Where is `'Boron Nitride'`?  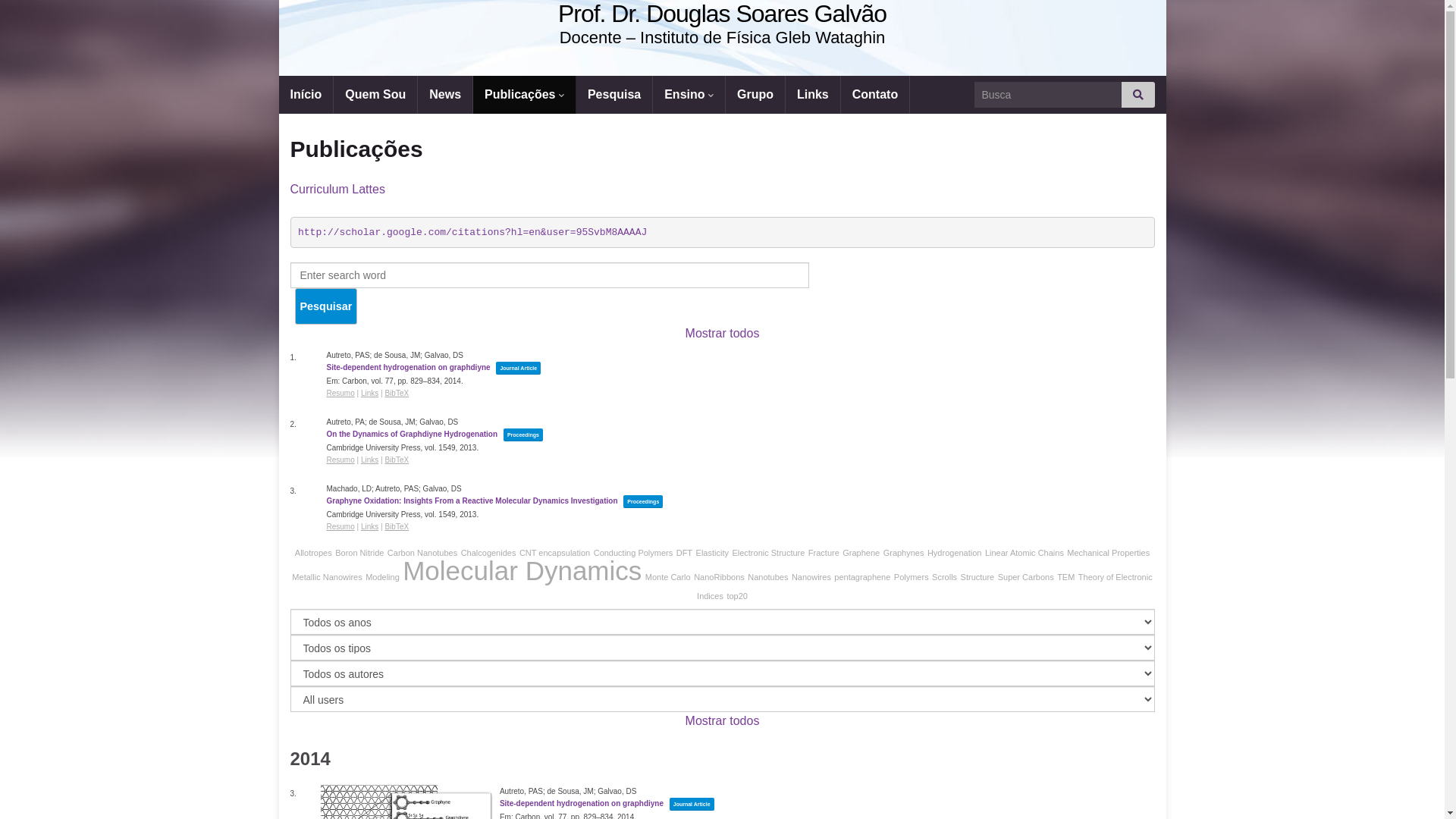 'Boron Nitride' is located at coordinates (359, 553).